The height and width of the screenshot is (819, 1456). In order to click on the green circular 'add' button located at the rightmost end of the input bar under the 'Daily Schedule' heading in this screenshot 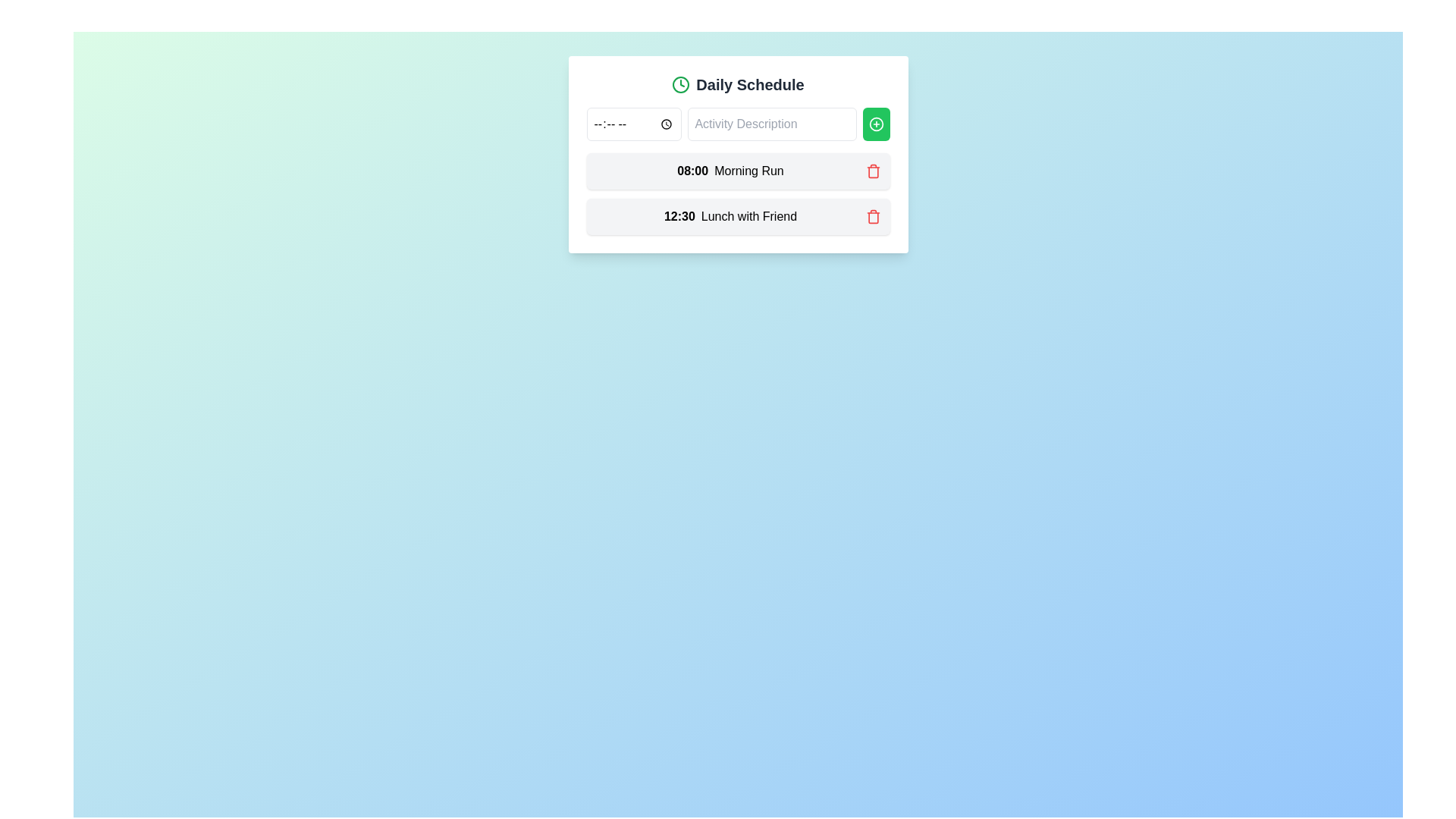, I will do `click(876, 124)`.